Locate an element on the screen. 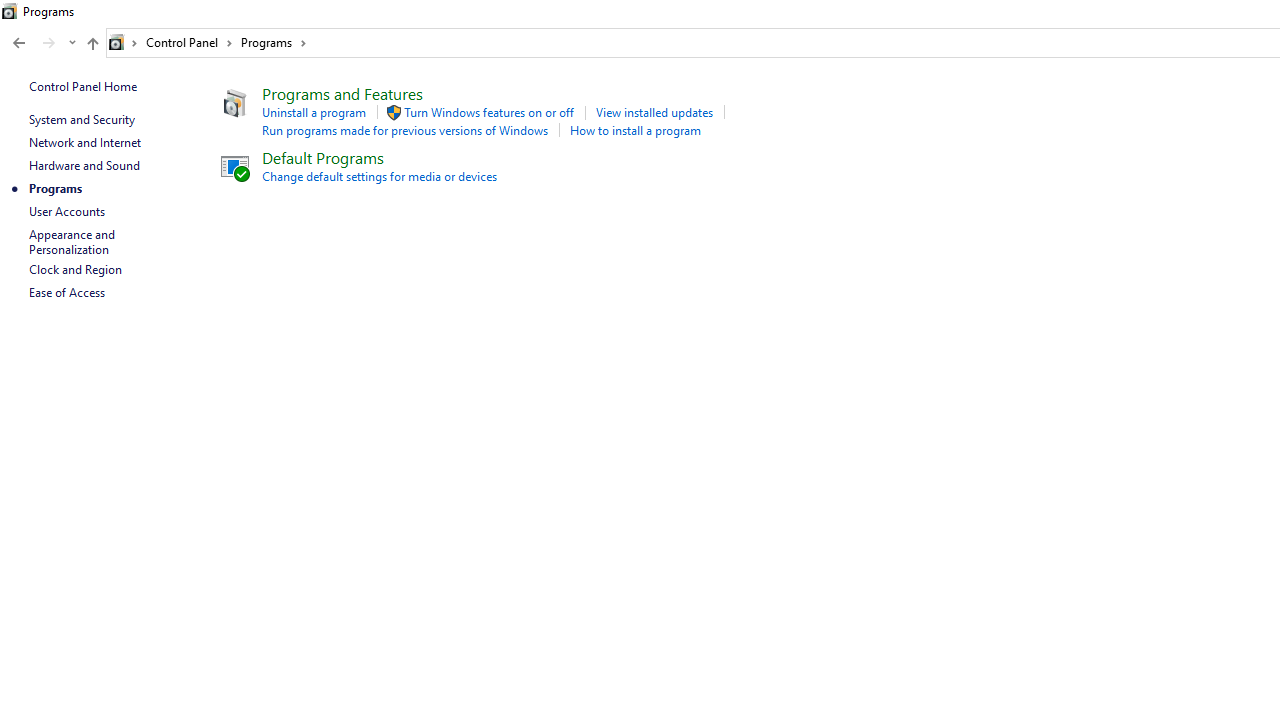  'System' is located at coordinates (10, 11).